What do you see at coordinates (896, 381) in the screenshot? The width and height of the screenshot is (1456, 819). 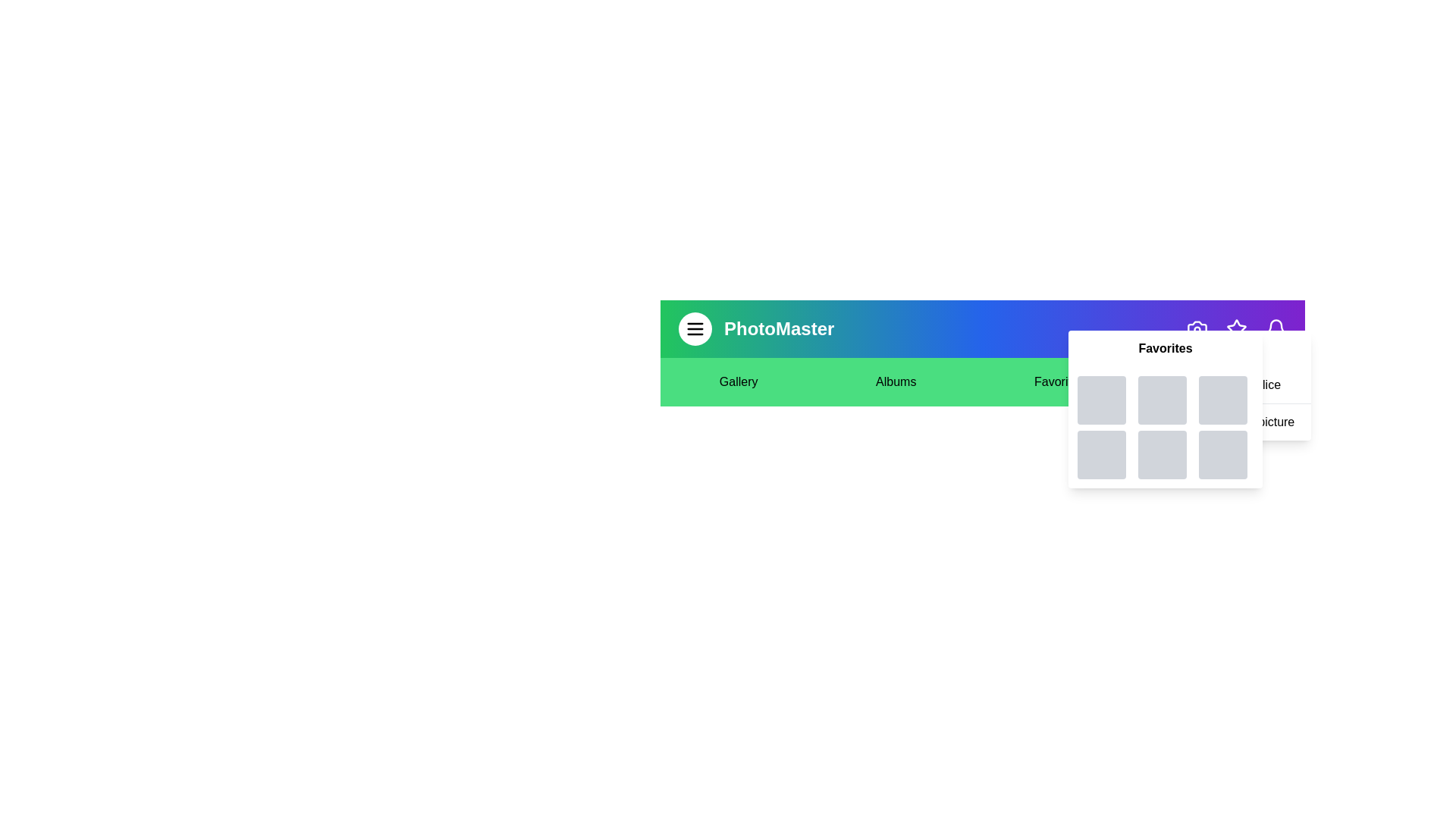 I see `the menu item Albums from the navigation bar` at bounding box center [896, 381].